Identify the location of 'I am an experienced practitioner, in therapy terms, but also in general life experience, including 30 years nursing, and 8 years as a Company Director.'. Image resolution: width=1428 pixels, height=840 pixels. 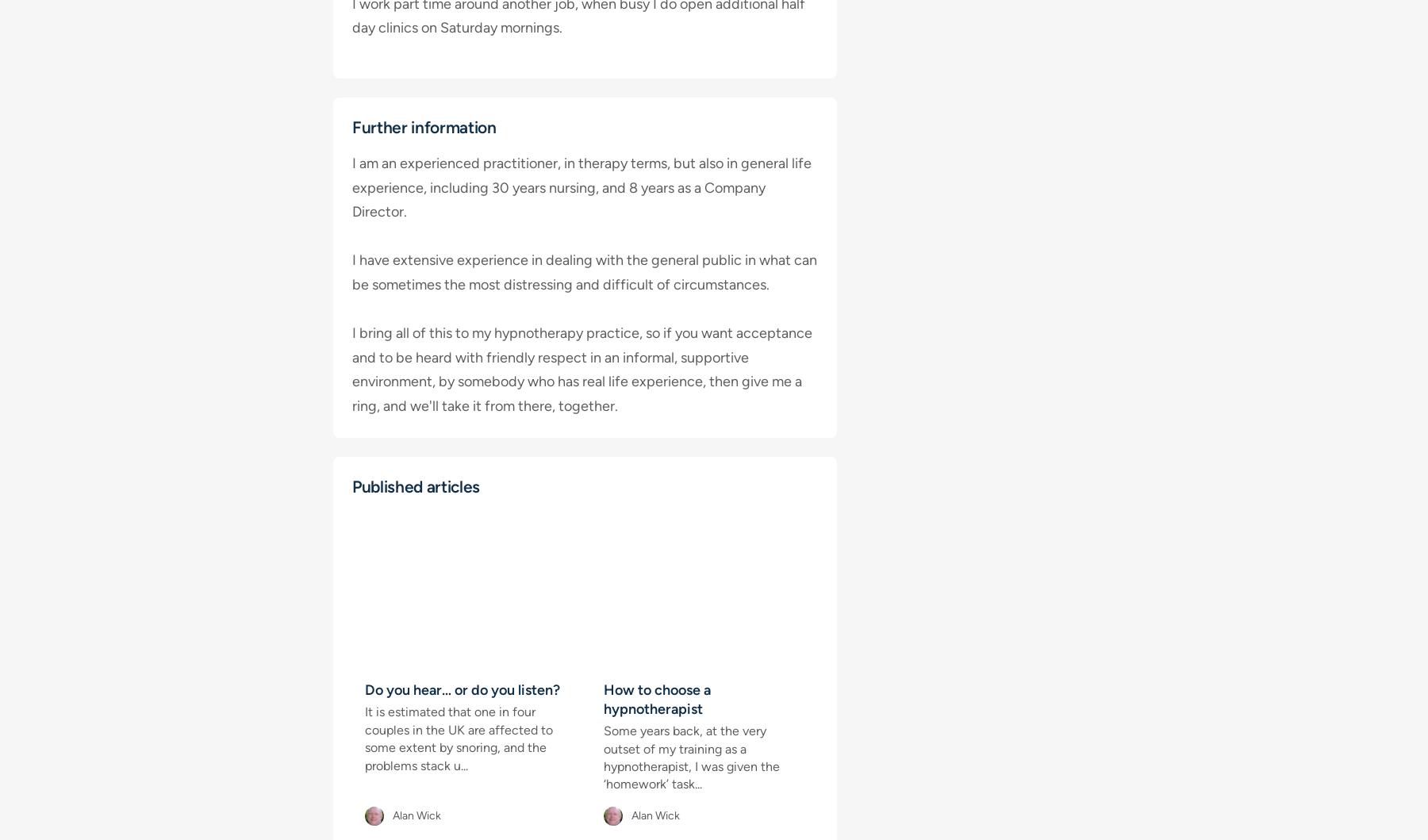
(581, 187).